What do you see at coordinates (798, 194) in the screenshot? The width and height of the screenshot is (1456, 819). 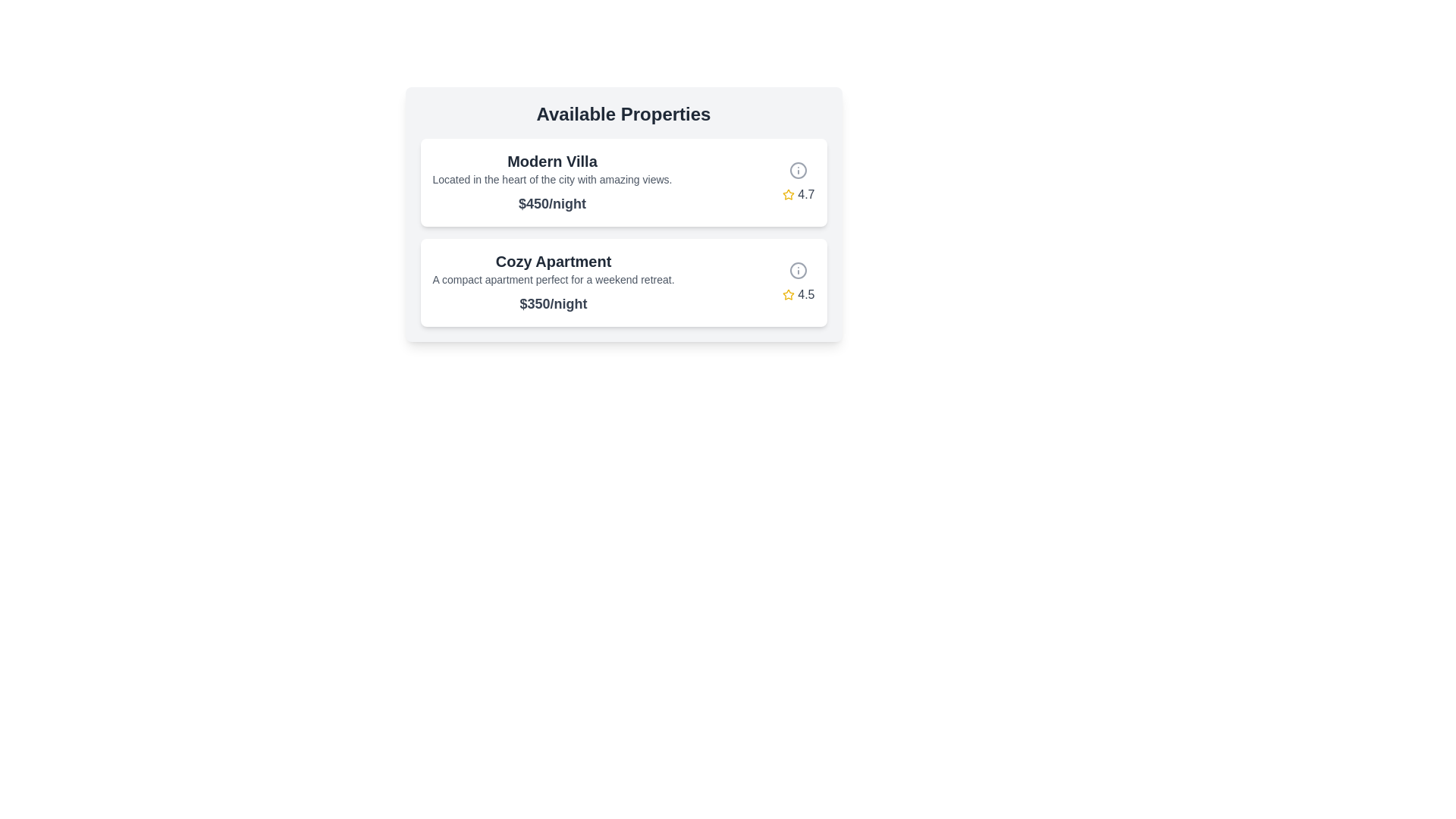 I see `the star in the Rating display located to the right of the 'Modern Villa' property card title` at bounding box center [798, 194].